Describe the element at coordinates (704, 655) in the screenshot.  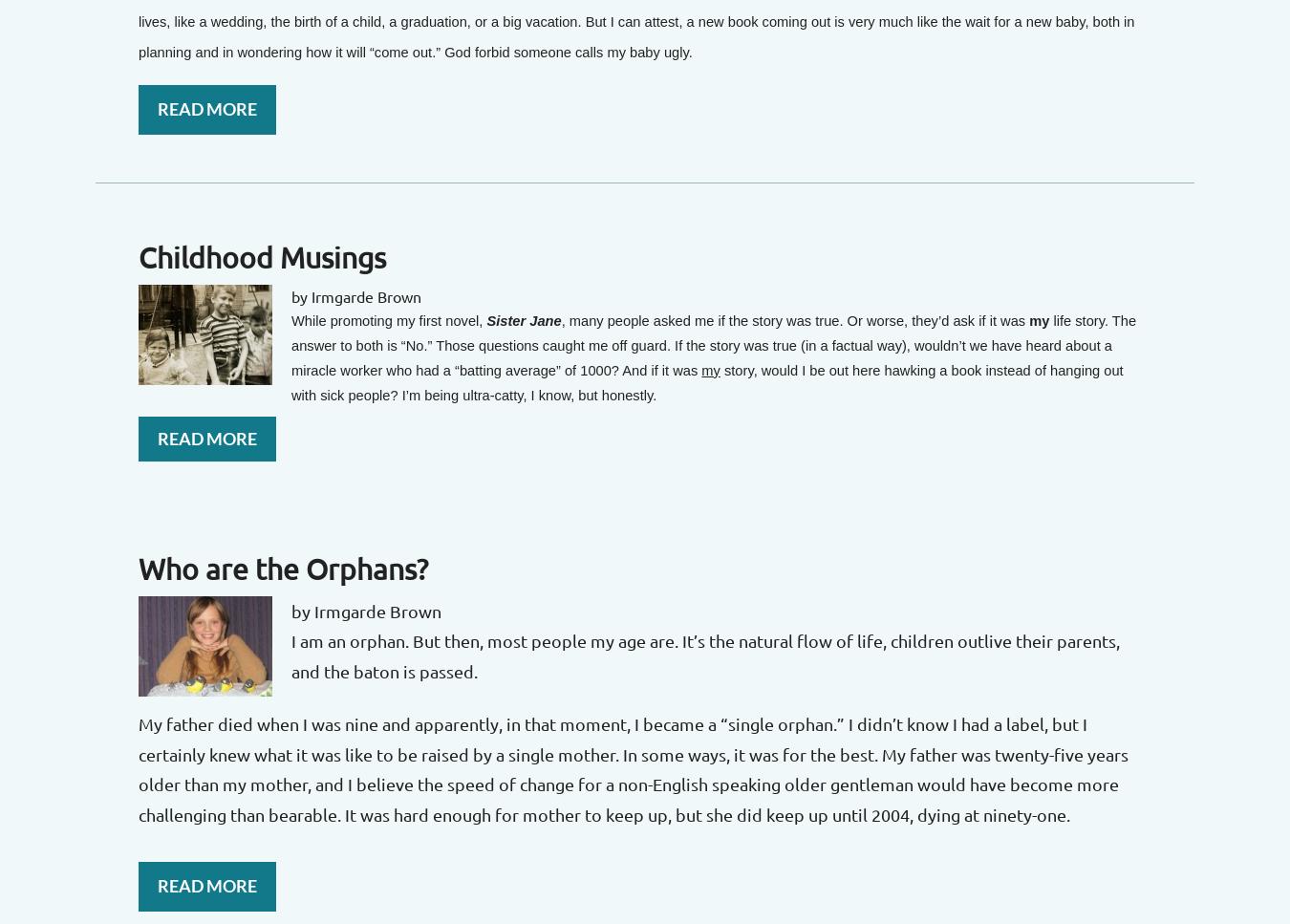
I see `'I am an orphan. But then, most people my age are. It’s the natural flow of life, children outlive their parents, and the baton is passed.'` at that location.